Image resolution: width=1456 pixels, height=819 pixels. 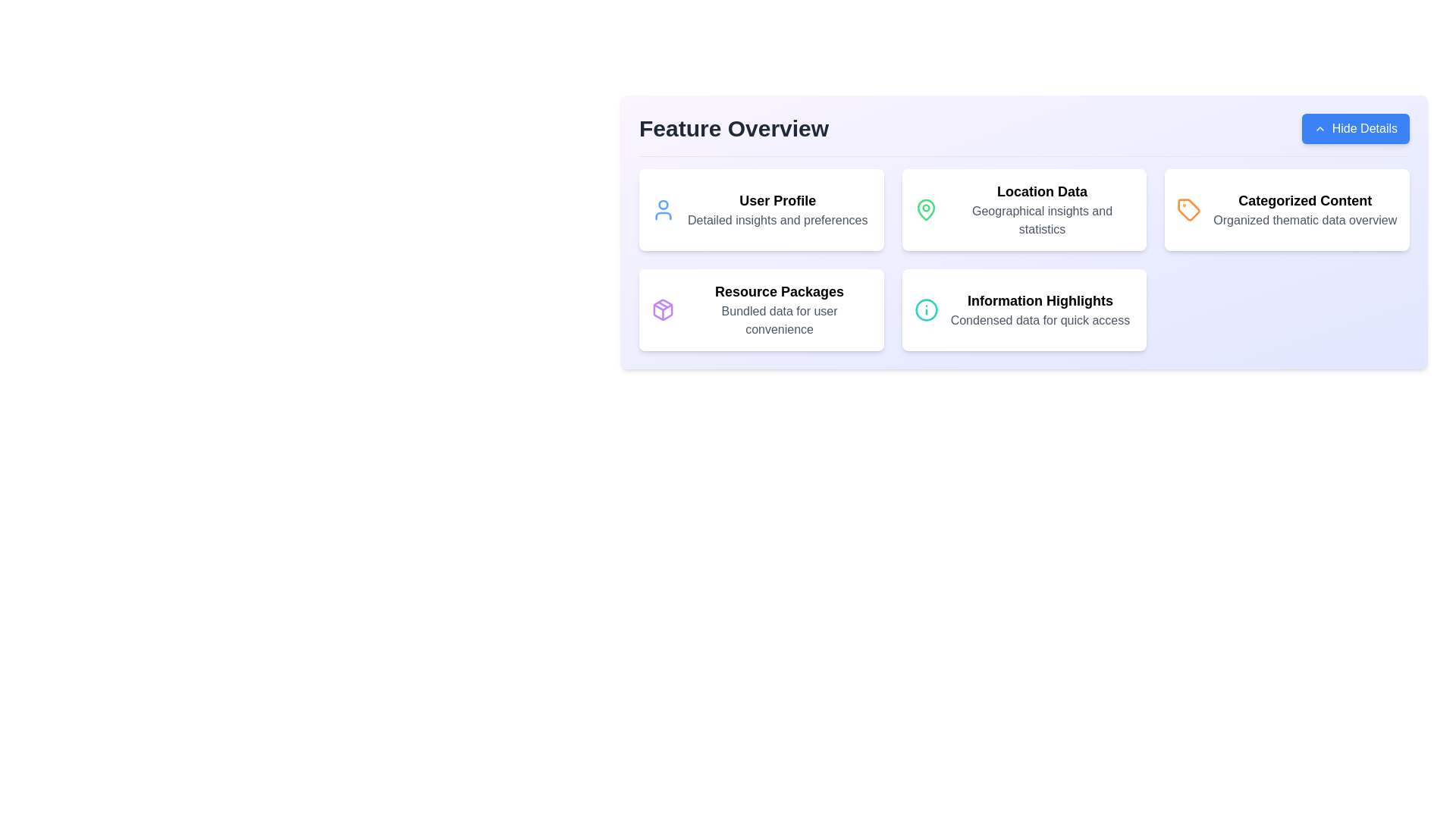 What do you see at coordinates (777, 200) in the screenshot?
I see `the Text Label that serves as the heading for the card in the top-left of the 'Feature Overview' section, positioned directly above the 'Detailed insights and preferences' segment` at bounding box center [777, 200].